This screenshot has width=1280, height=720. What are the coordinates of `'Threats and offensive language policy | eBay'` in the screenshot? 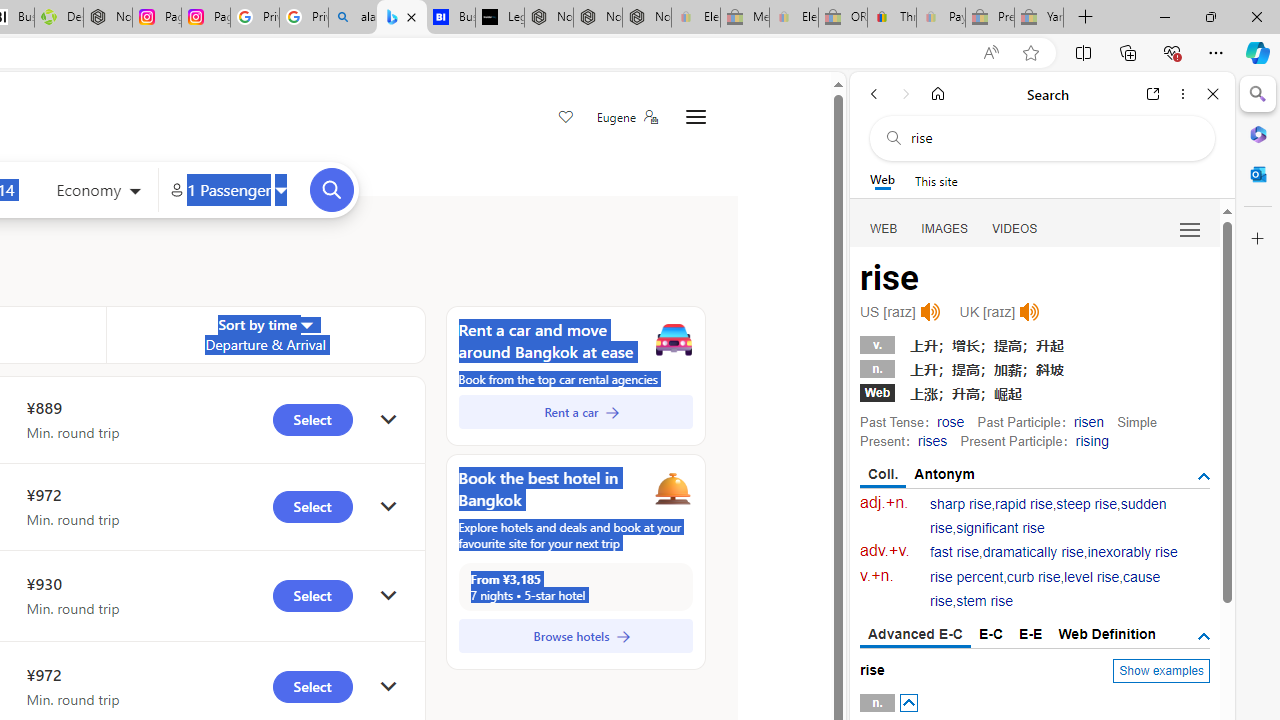 It's located at (891, 17).